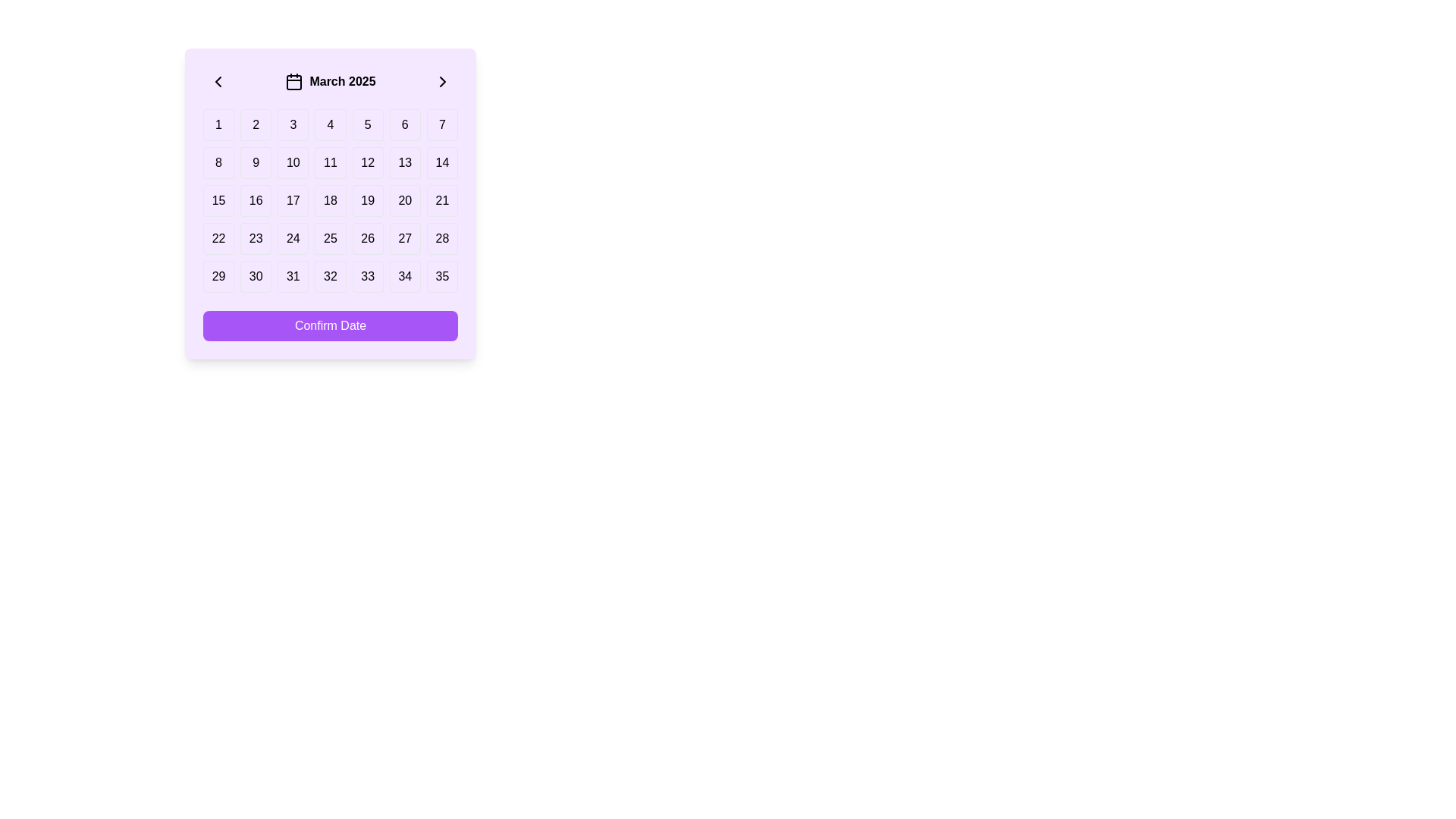 The image size is (1456, 819). I want to click on the grid cell containing the number '3' in the first row, third column of the calendar layout, so click(293, 124).